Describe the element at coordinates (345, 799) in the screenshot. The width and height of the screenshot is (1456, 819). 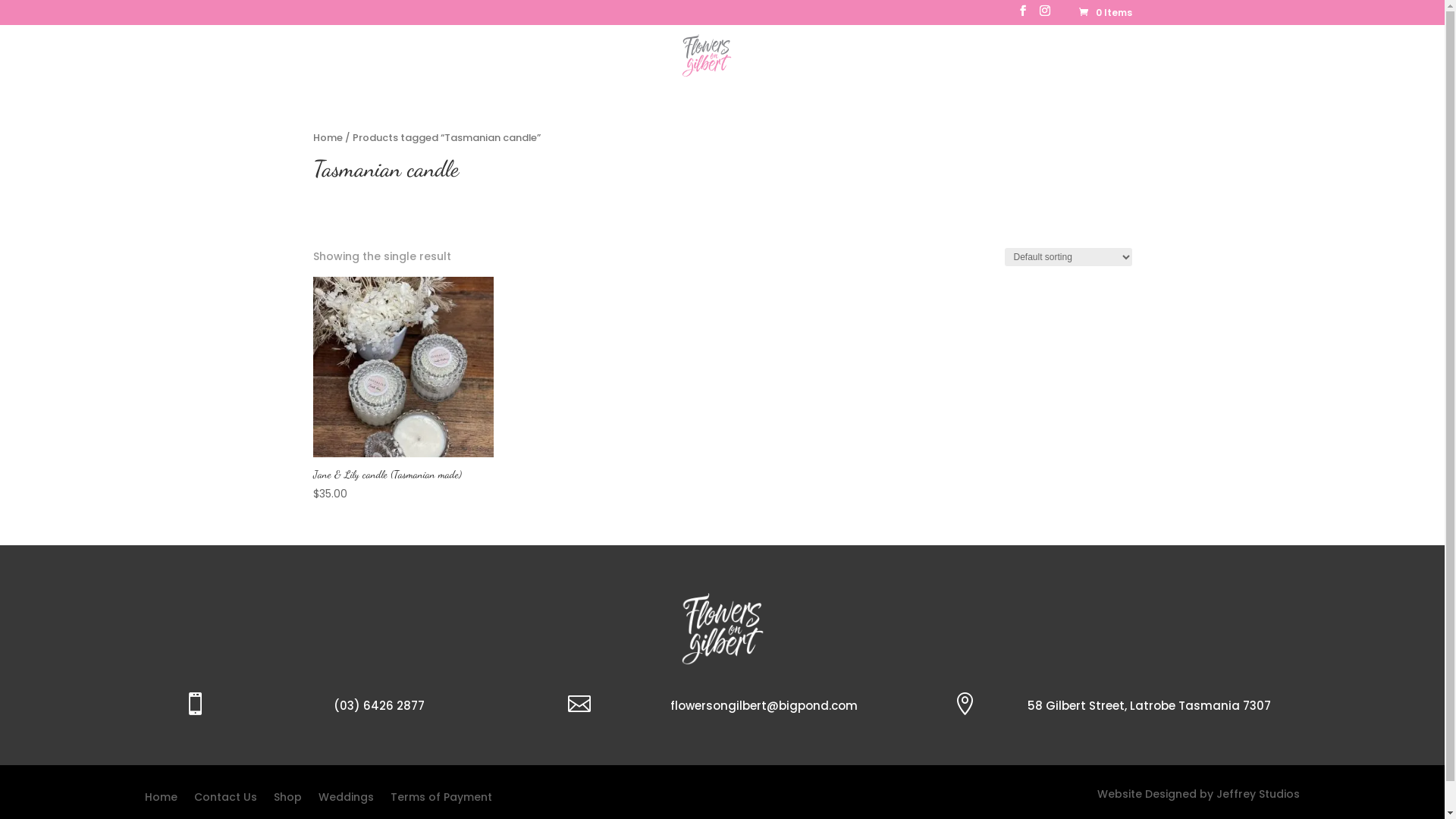
I see `'Weddings'` at that location.